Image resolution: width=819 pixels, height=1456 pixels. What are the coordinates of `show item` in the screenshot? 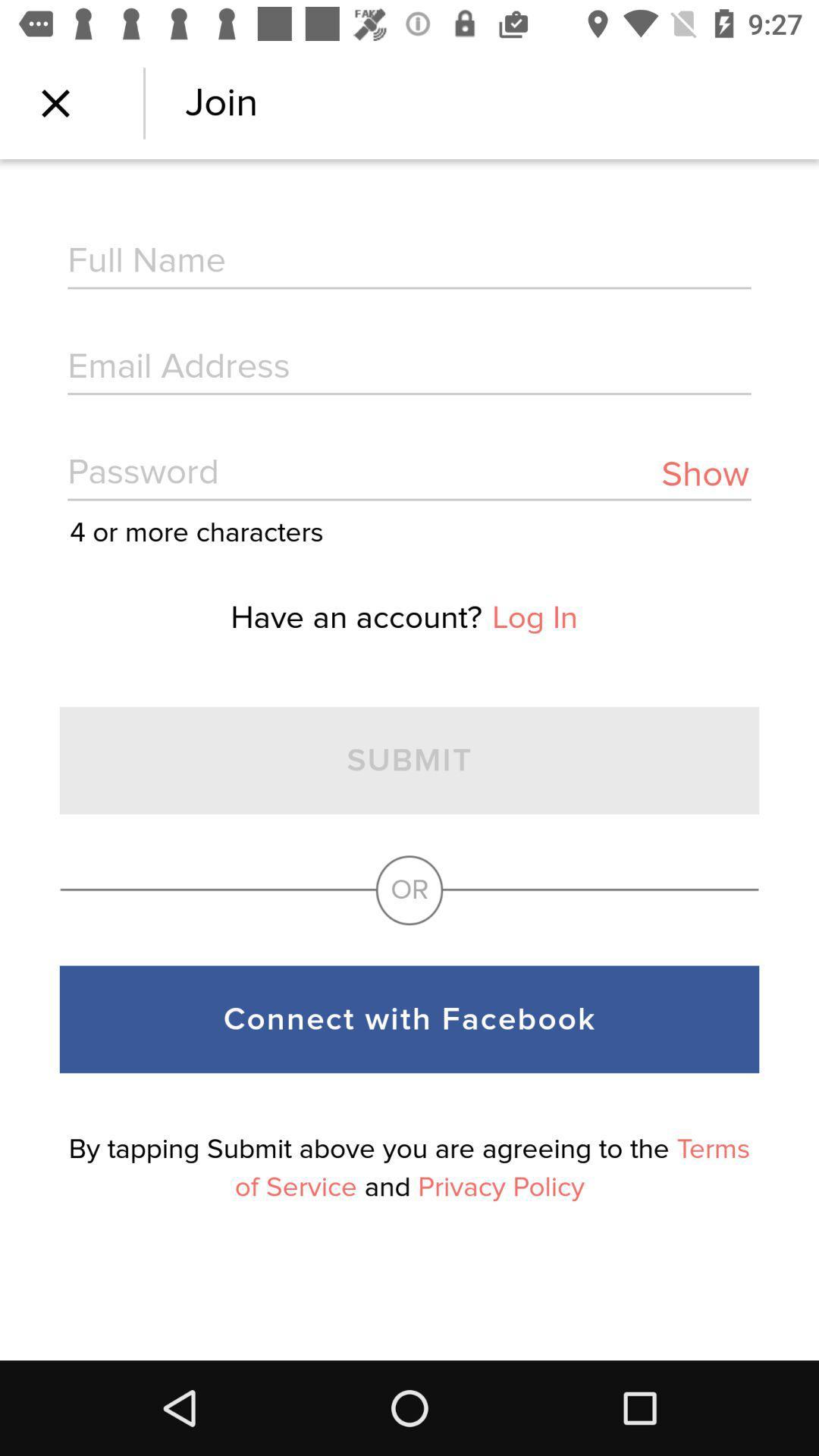 It's located at (704, 473).